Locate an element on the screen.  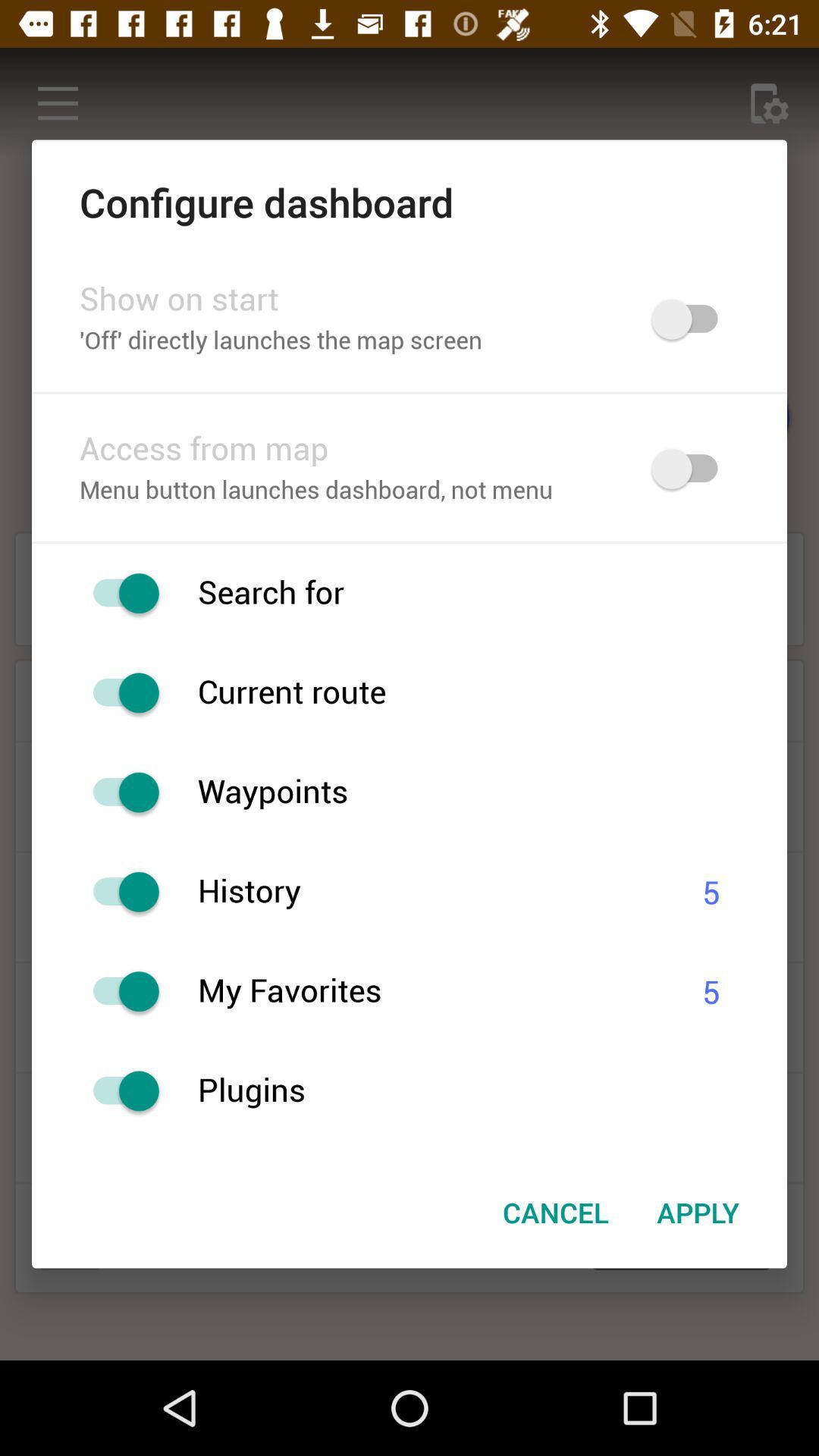
the off directly launches icon is located at coordinates (346, 340).